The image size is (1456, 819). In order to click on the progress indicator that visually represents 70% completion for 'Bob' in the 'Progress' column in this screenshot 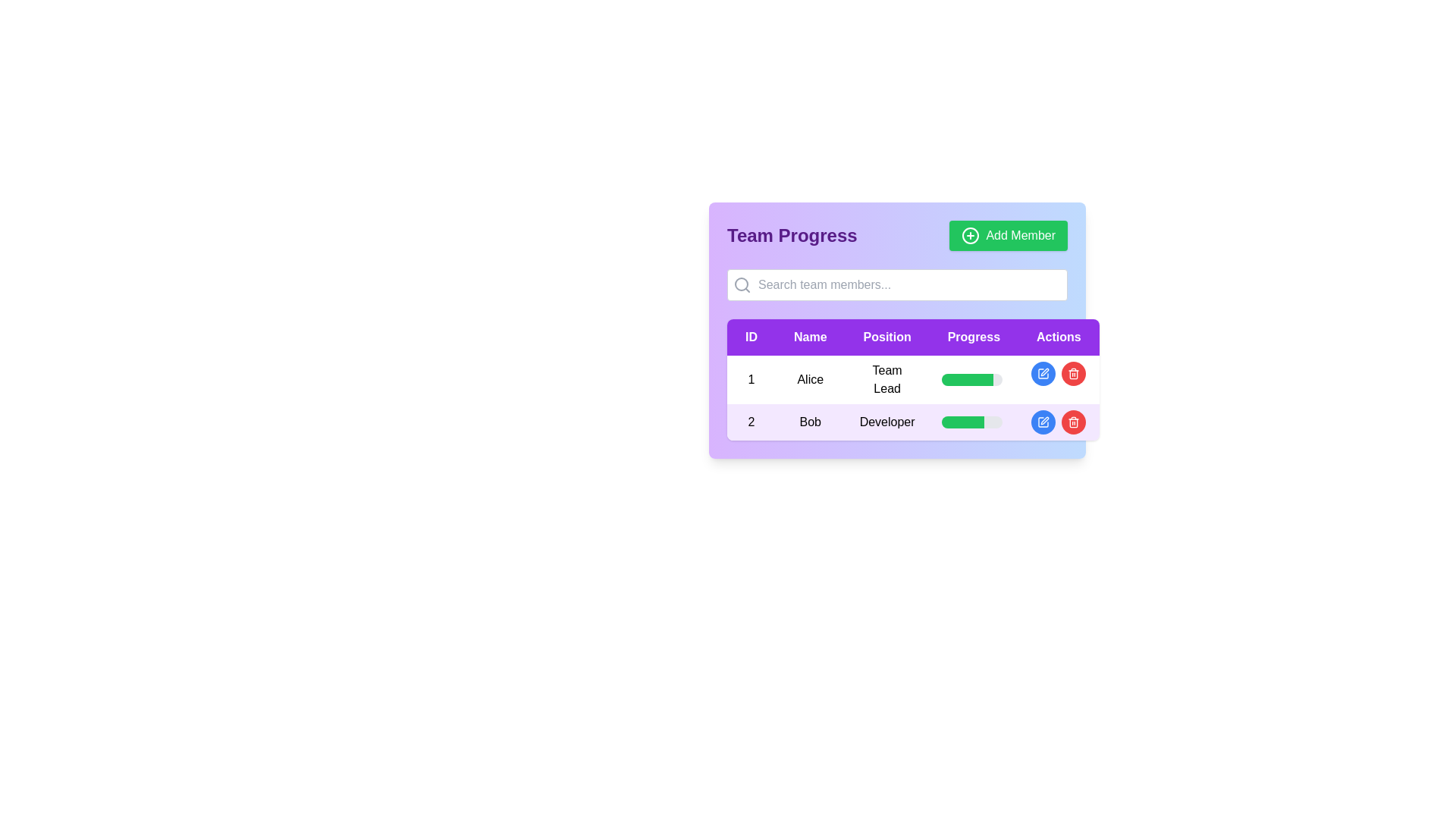, I will do `click(962, 422)`.